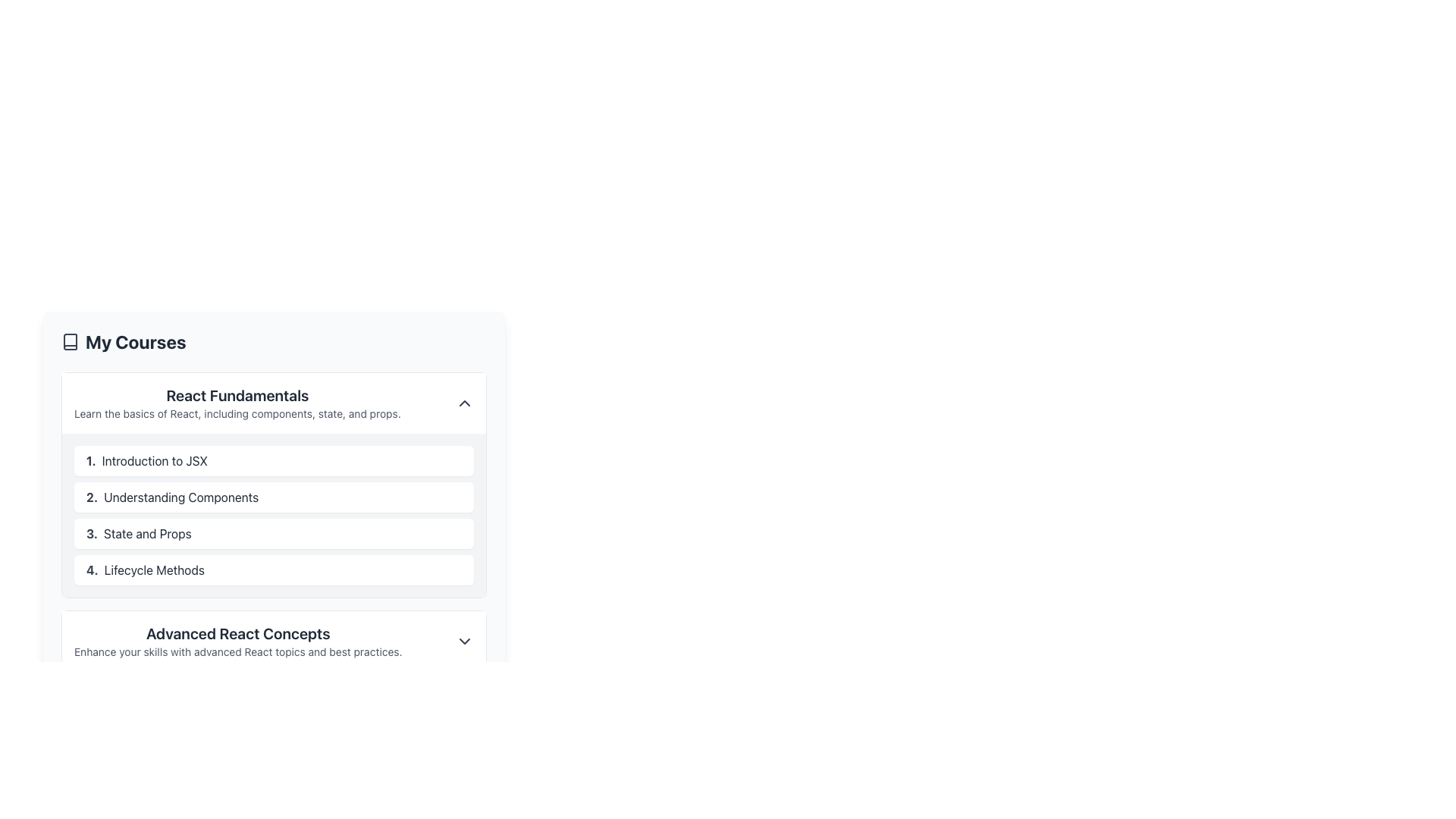 This screenshot has width=1456, height=819. What do you see at coordinates (274, 485) in the screenshot?
I see `the course topic 'Understanding Components' within the 'React Fundamentals' section, which is the second item` at bounding box center [274, 485].